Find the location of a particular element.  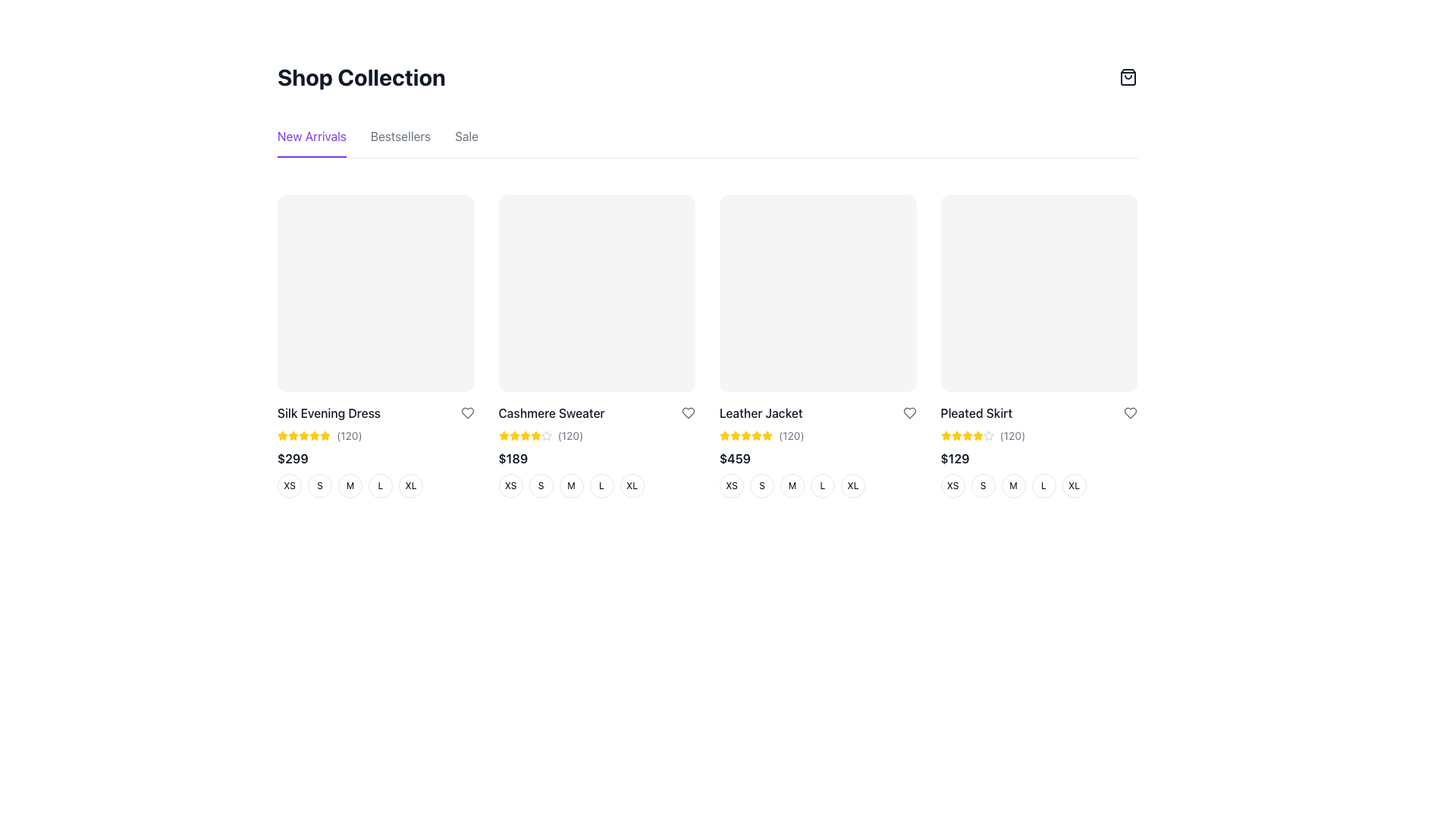

the fourth yellow star icon in the 5-star rating scale for the 'Pleated Skirt' product is located at coordinates (966, 435).